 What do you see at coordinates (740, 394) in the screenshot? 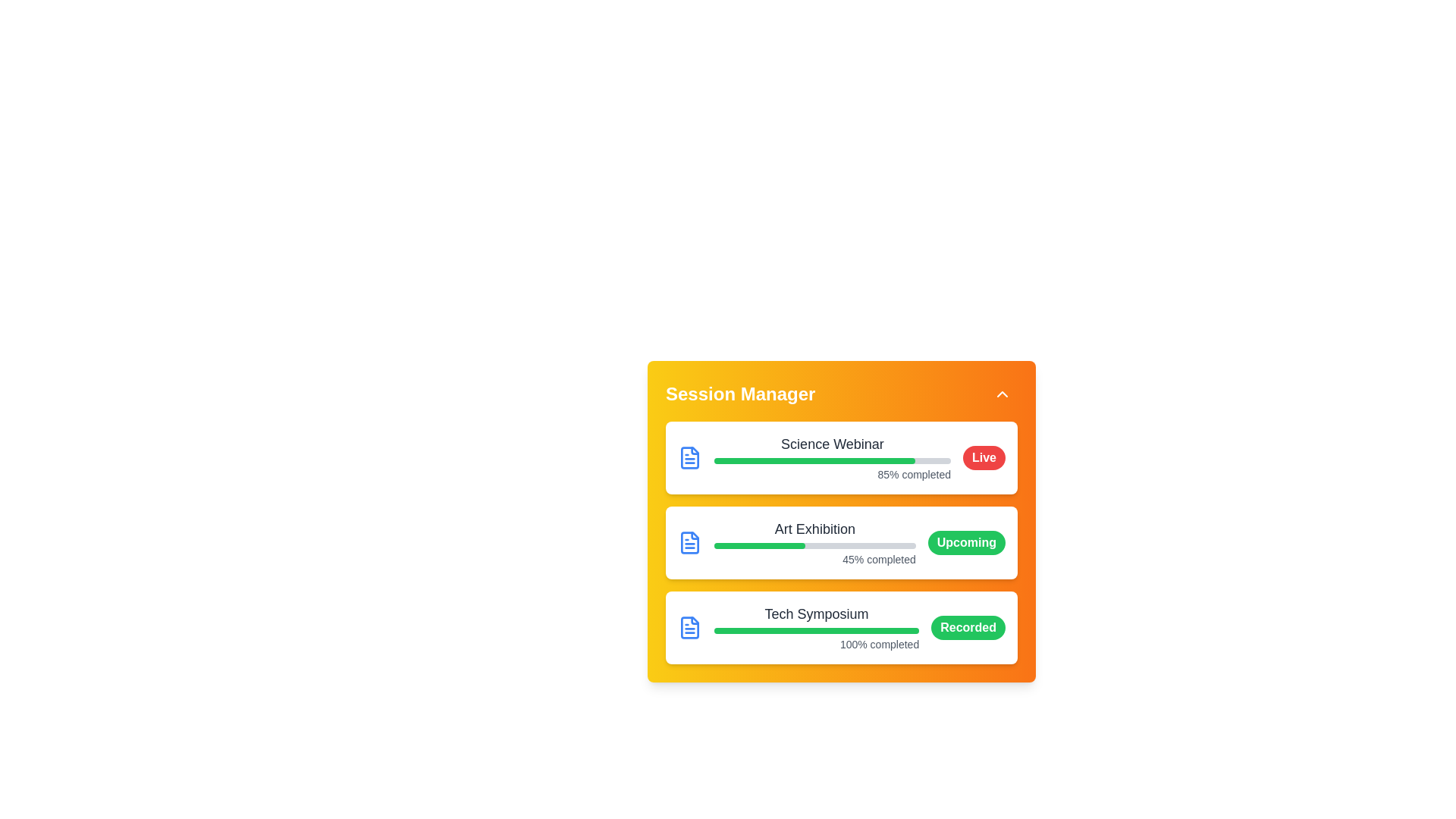
I see `the Text label that serves as a title or heading for the card, which indicates it relates to managing sessions and is positioned at the top left of the orange card component` at bounding box center [740, 394].